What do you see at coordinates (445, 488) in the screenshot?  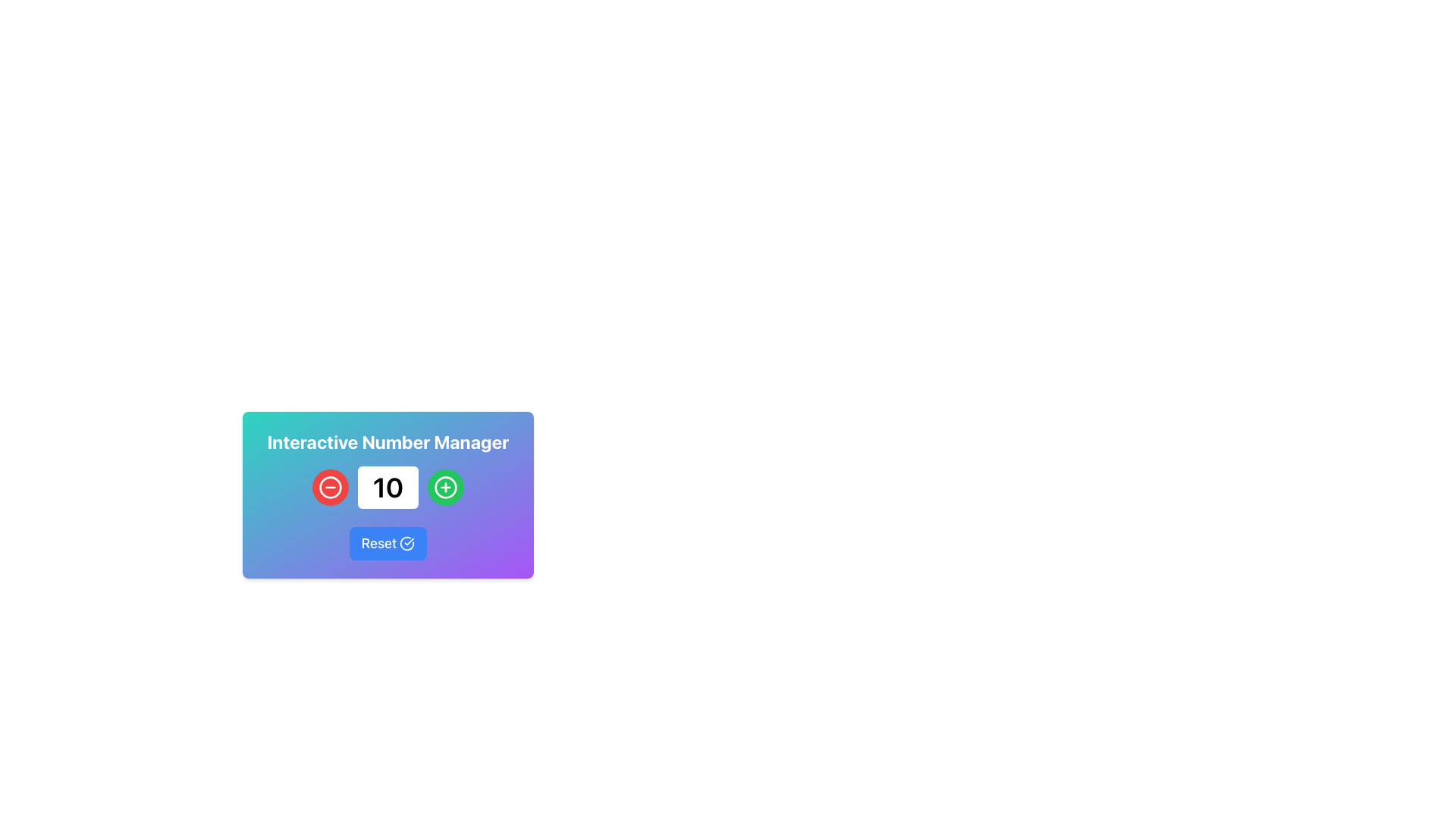 I see `the third button from the left in the horizontal layout at the bottom of the interface to increment the displayed numerical value by one` at bounding box center [445, 488].